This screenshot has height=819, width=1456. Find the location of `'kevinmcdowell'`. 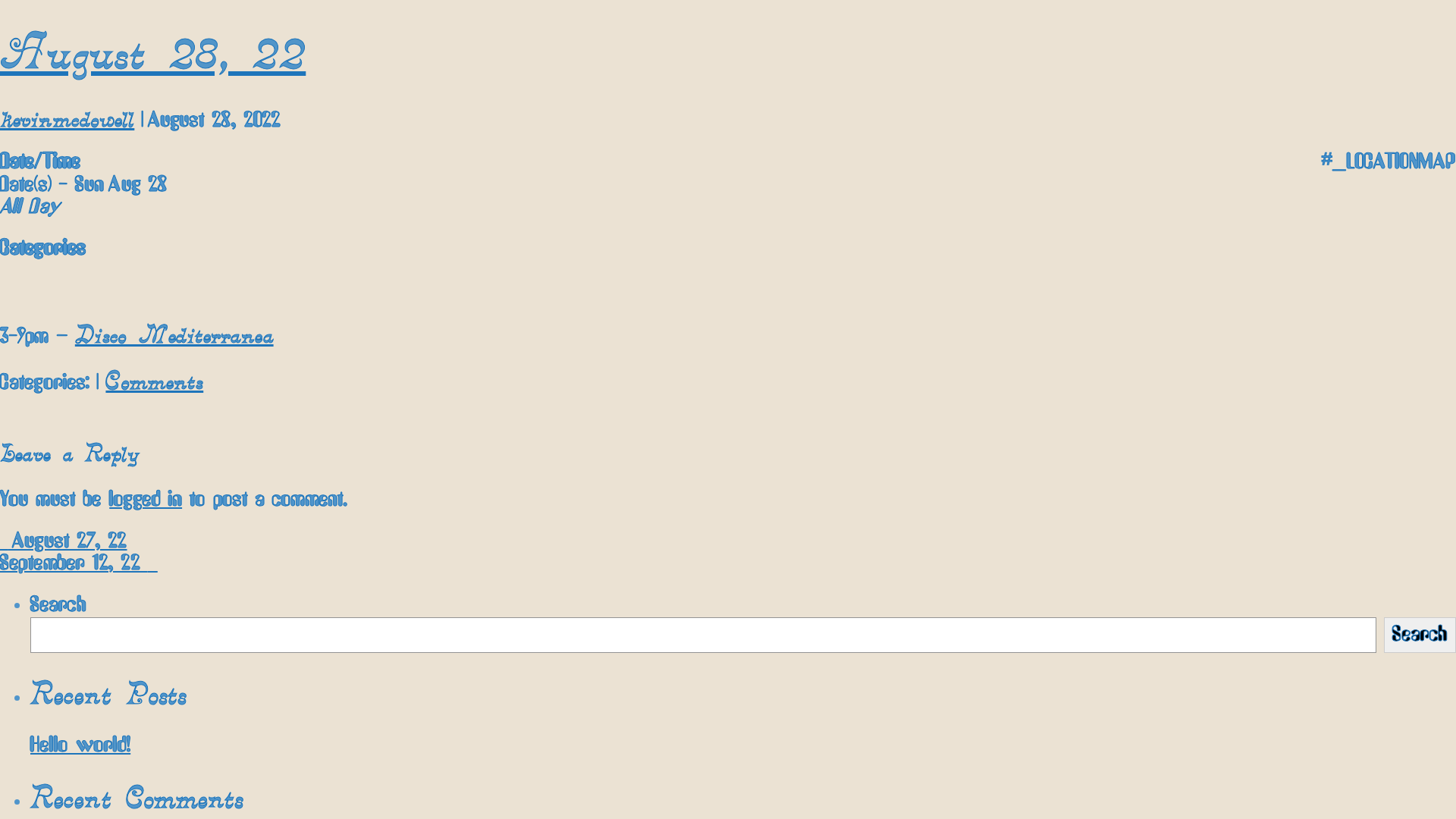

'kevinmcdowell' is located at coordinates (66, 117).